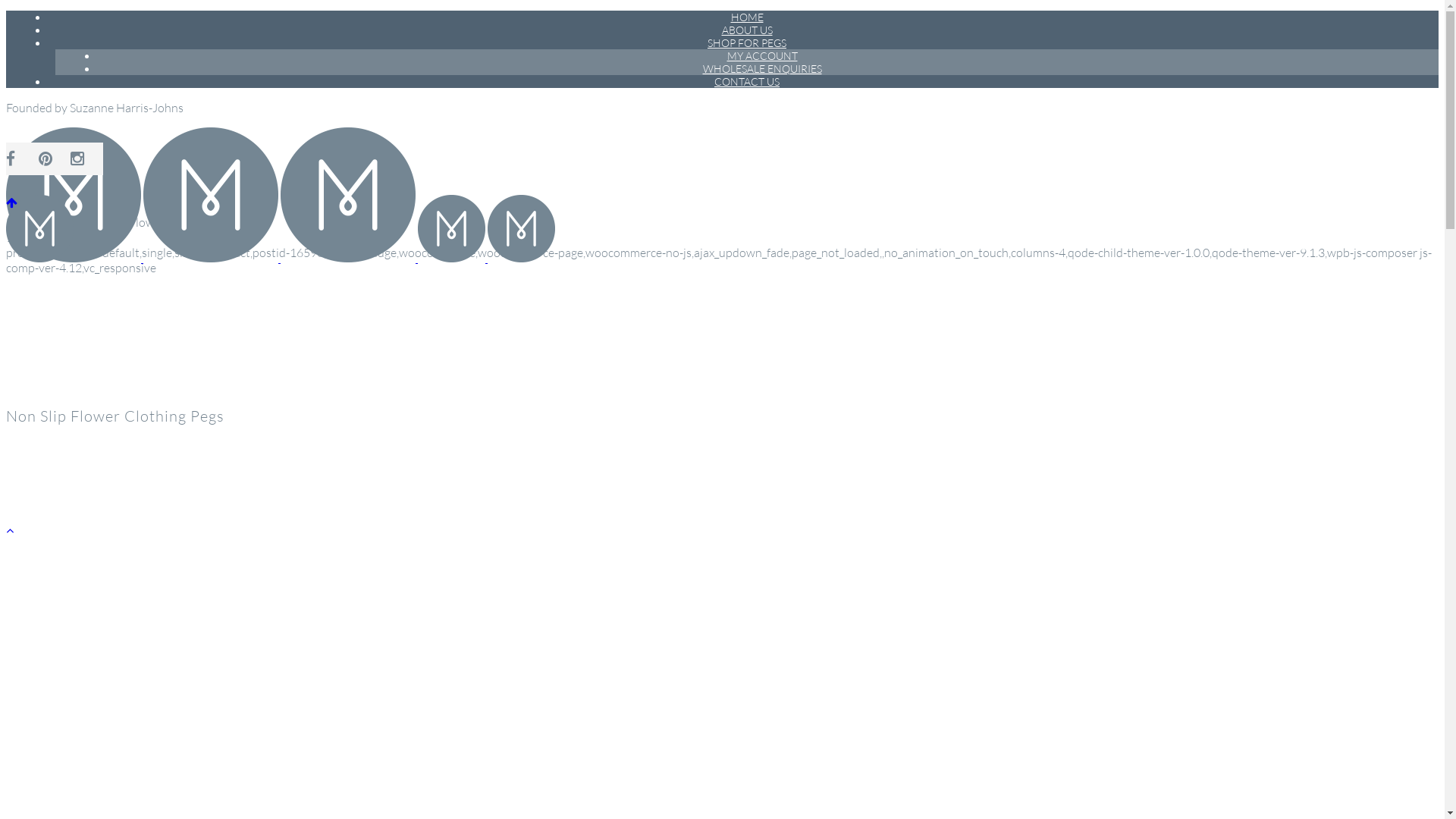 This screenshot has width=1456, height=819. What do you see at coordinates (746, 17) in the screenshot?
I see `'HOME'` at bounding box center [746, 17].